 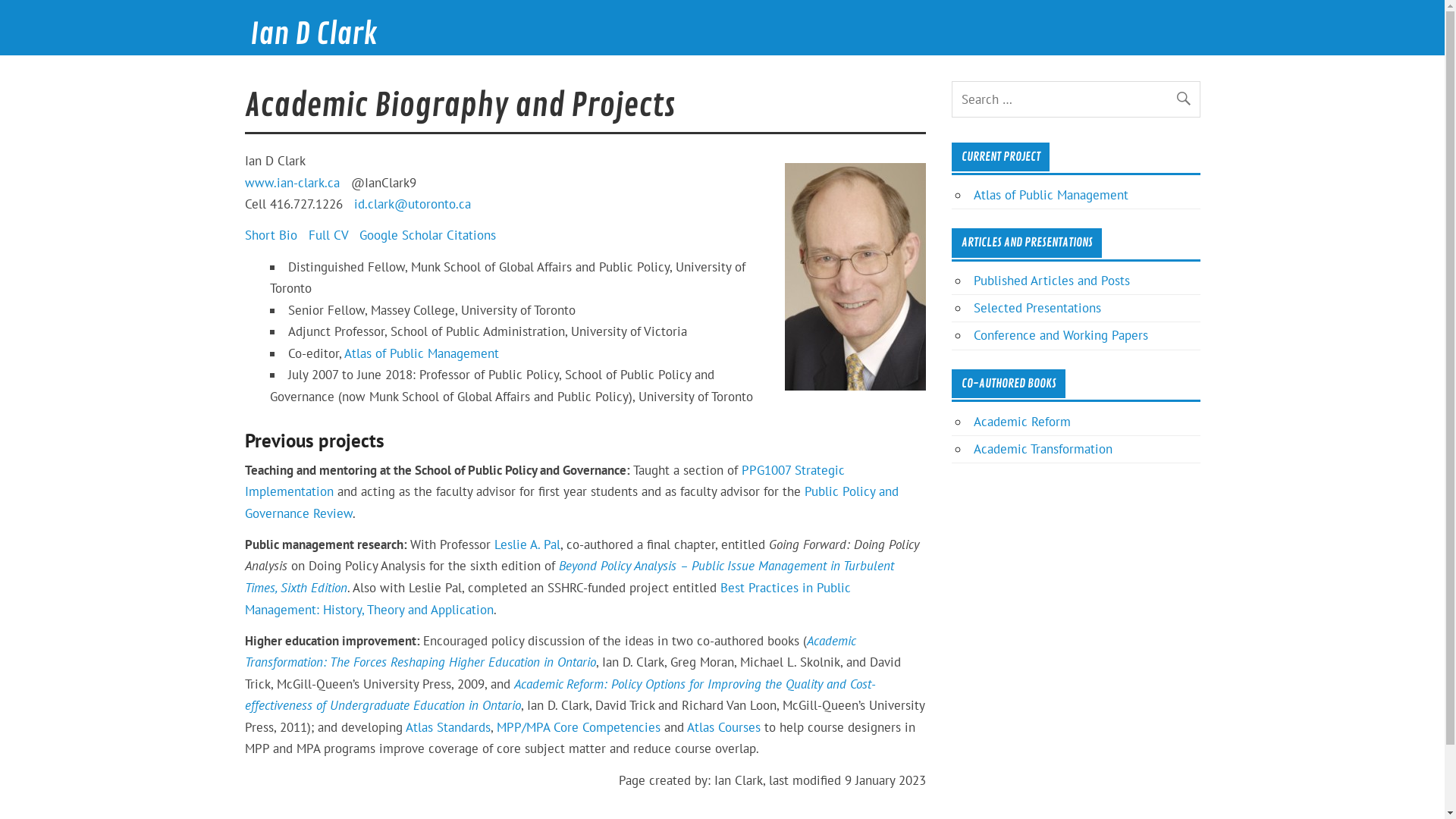 What do you see at coordinates (427, 234) in the screenshot?
I see `'Google Scholar Citations'` at bounding box center [427, 234].